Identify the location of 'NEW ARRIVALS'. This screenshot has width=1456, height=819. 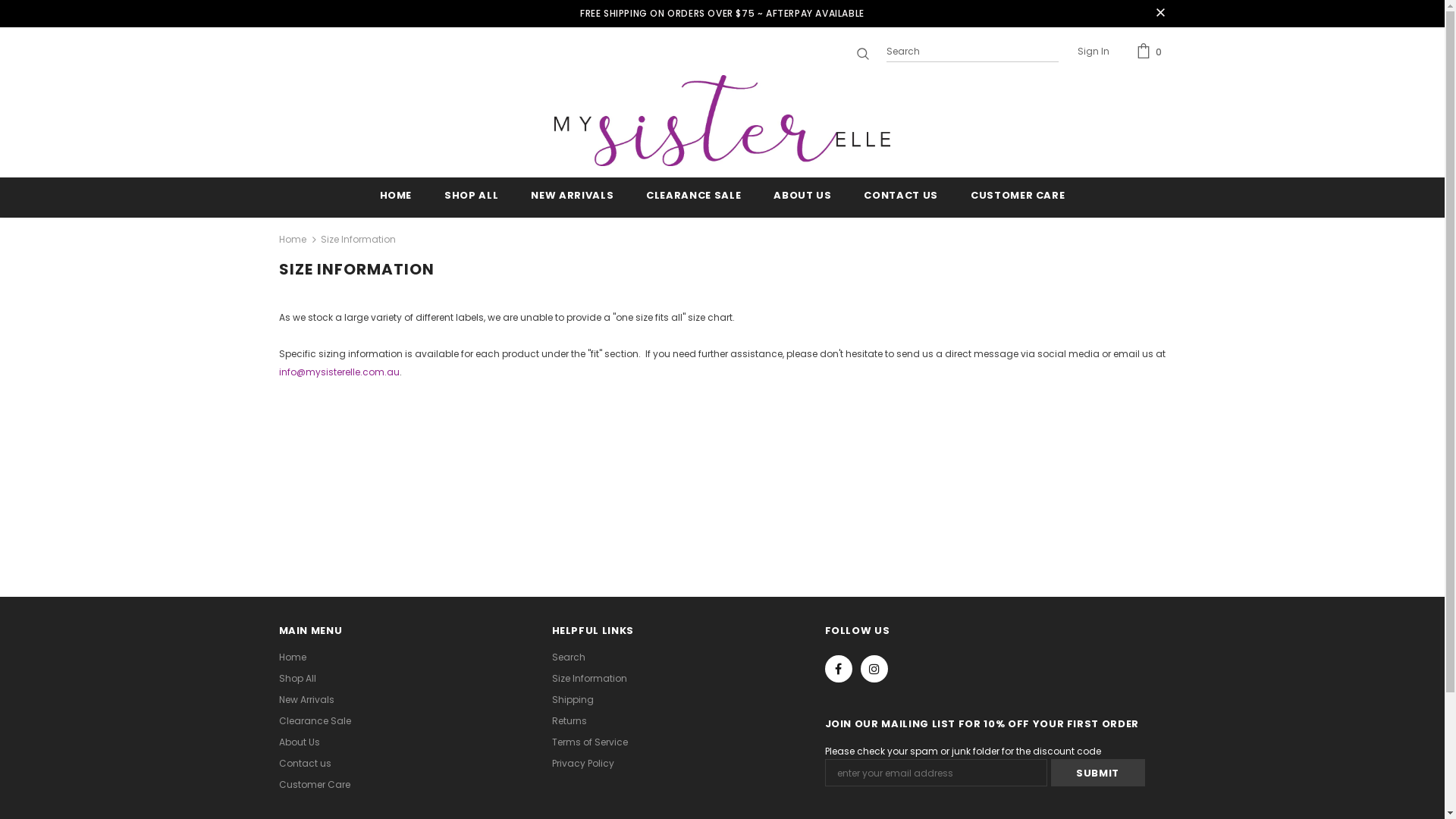
(571, 196).